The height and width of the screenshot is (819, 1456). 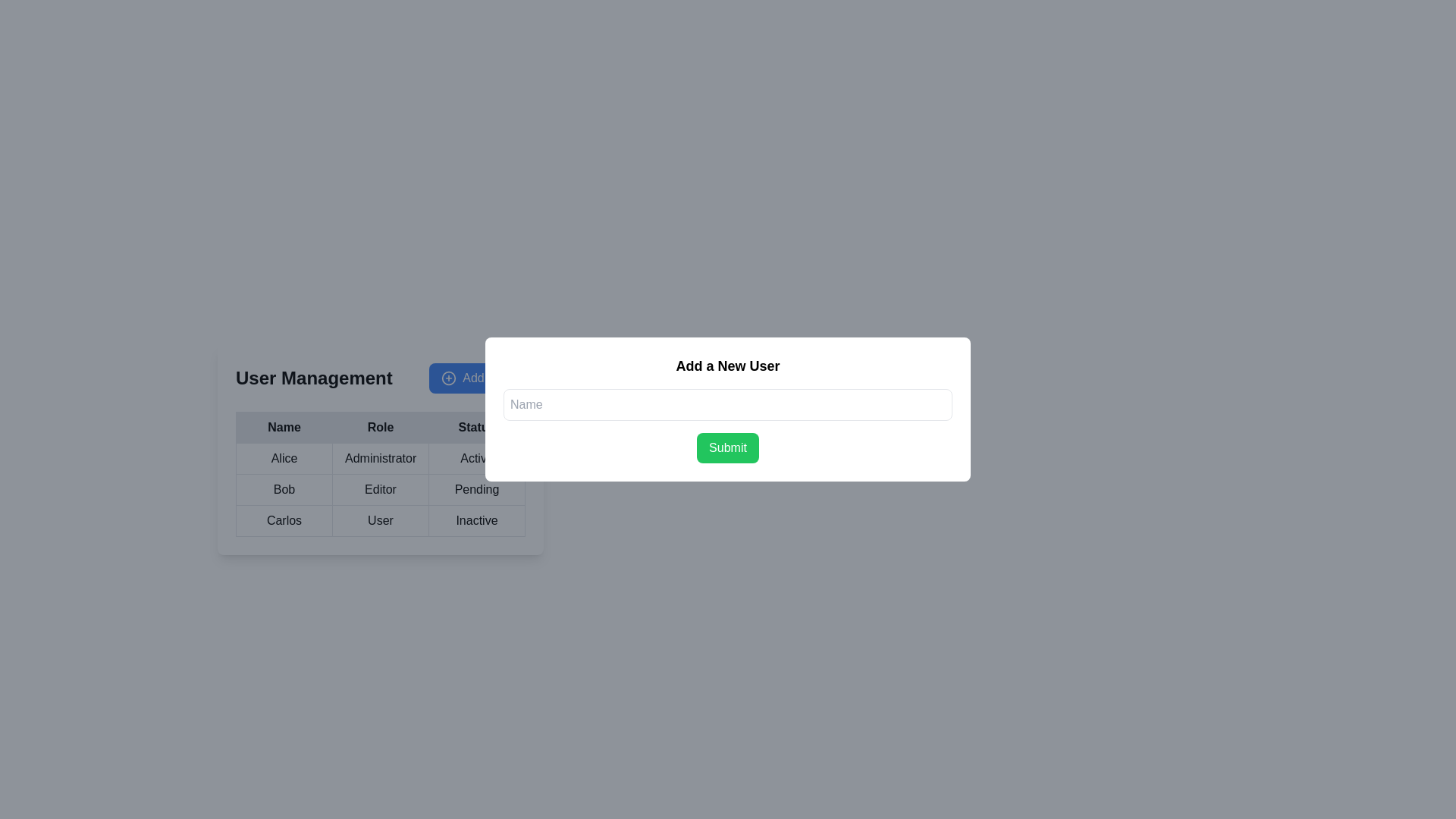 I want to click on the button used to add a new user, located to the right of the 'User Management' heading, so click(x=476, y=377).